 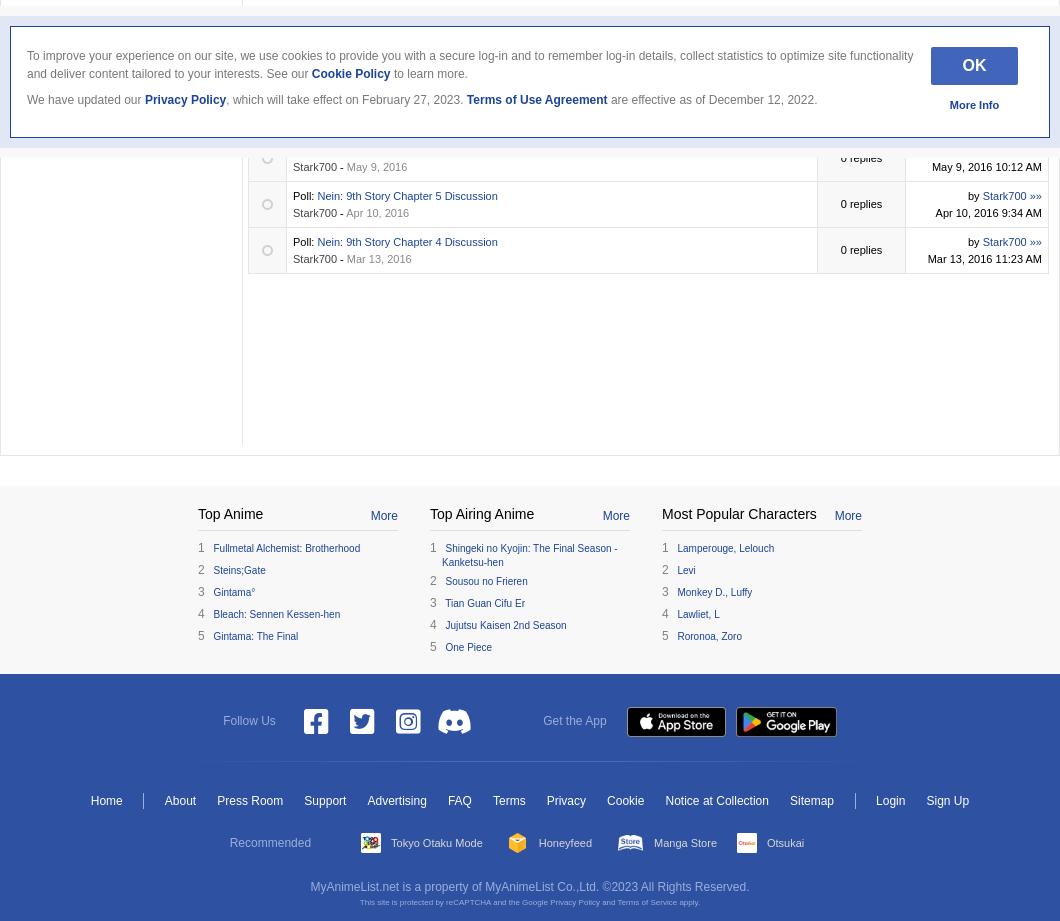 I want to click on 'apply.', so click(x=687, y=901).